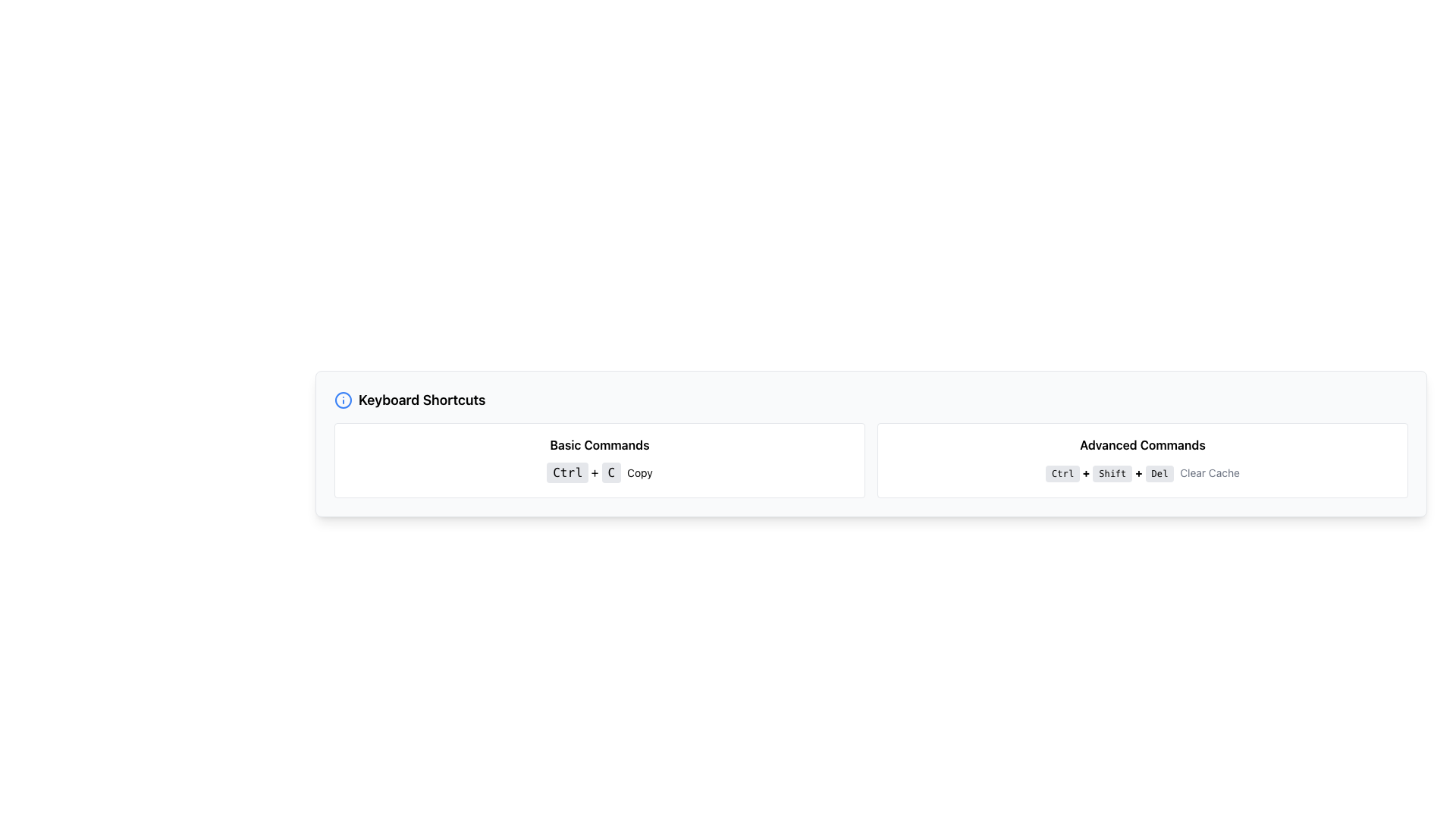 The image size is (1456, 819). I want to click on the 'Copy' text label located at the far right of the 'Ctrl + C' command sequence, which is styled with a smaller font size and is part of a horizontal layout, so click(640, 472).